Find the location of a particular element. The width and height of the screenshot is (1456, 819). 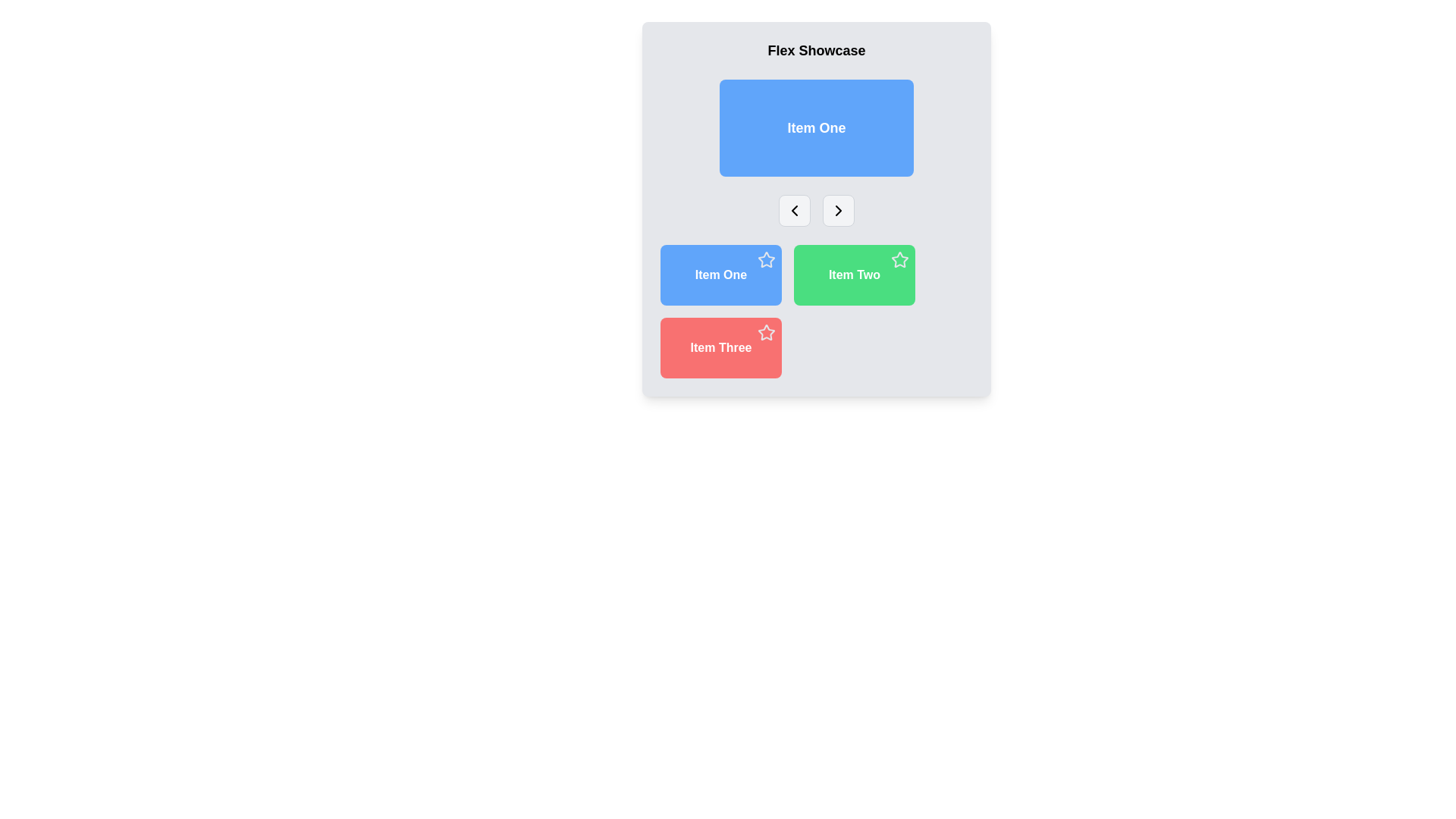

the star-shaped icon located in the light blue button labeled 'Item One', positioned at the top-left within the group of three buttons below the 'Flex Showcase' header is located at coordinates (767, 259).